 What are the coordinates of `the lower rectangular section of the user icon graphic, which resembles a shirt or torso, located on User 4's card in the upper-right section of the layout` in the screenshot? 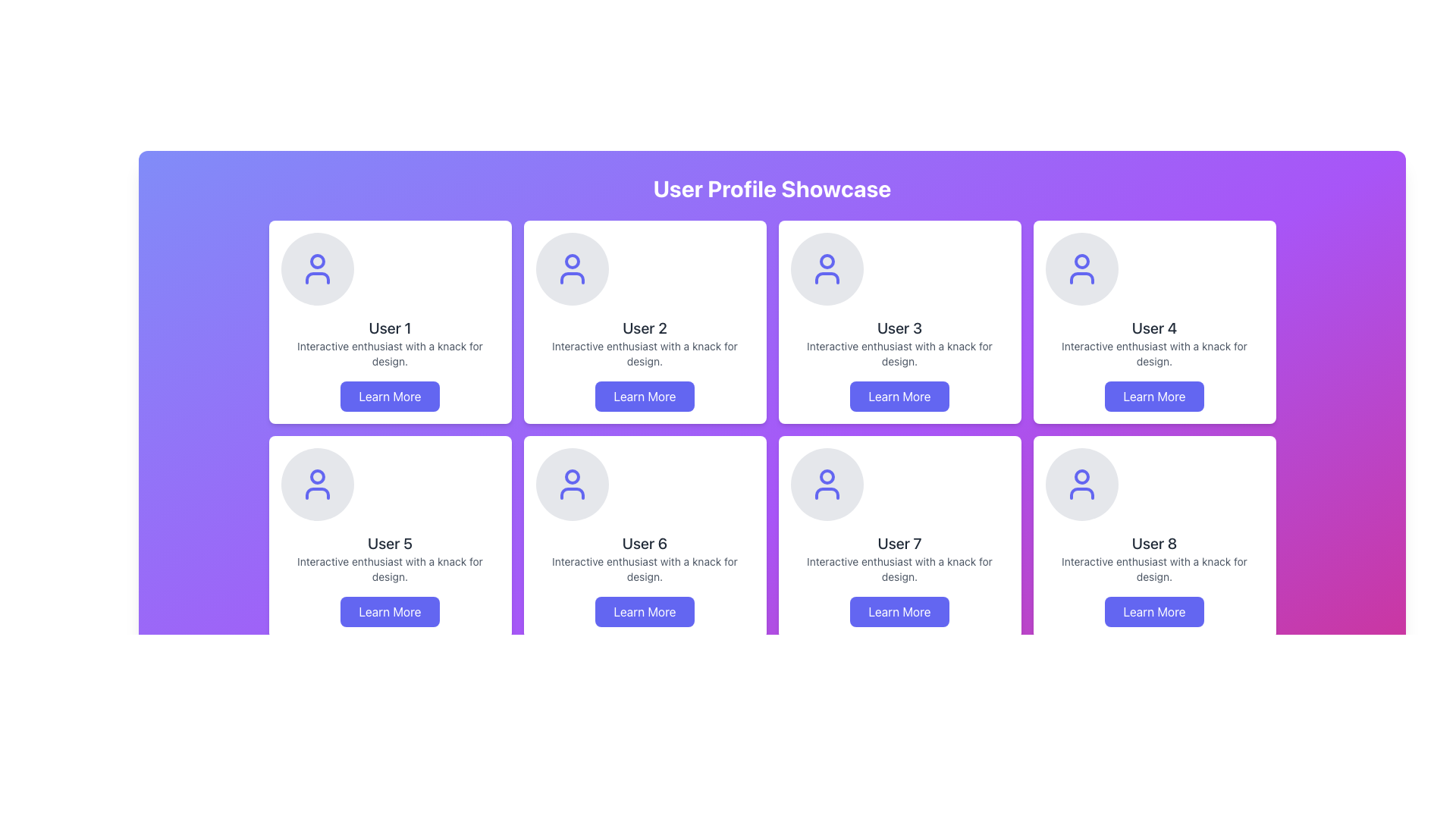 It's located at (1081, 278).